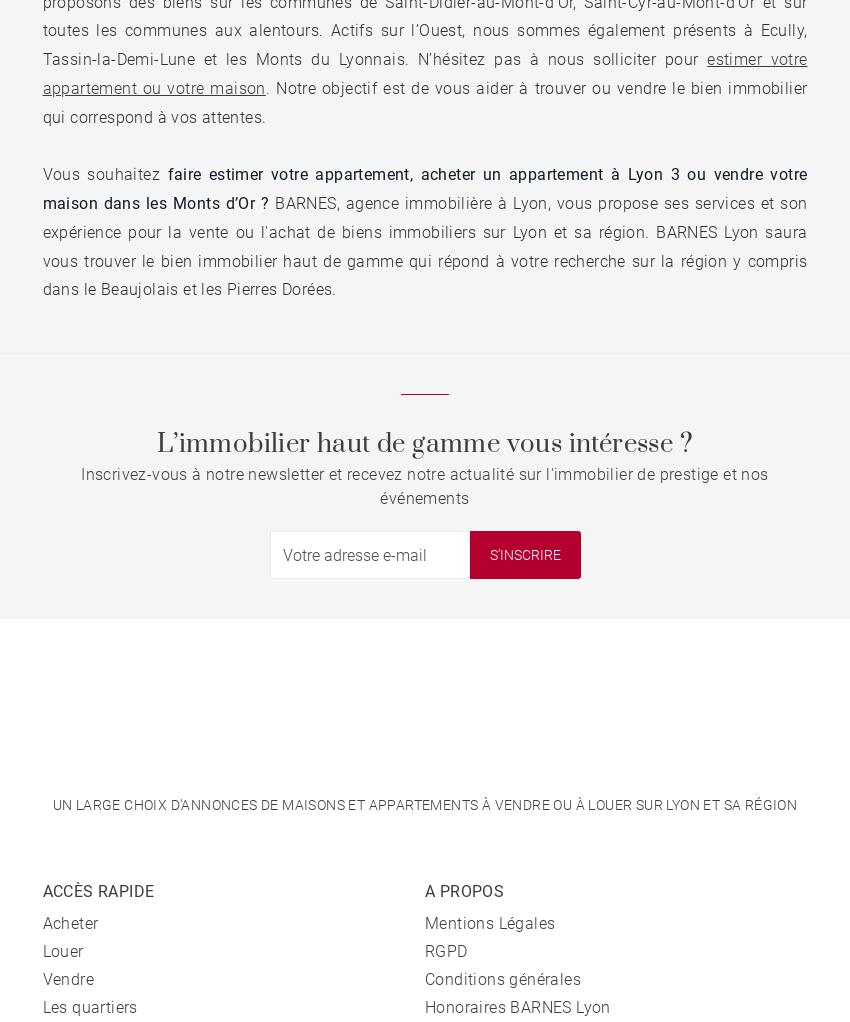 This screenshot has height=1022, width=850. Describe the element at coordinates (463, 890) in the screenshot. I see `'A propos'` at that location.